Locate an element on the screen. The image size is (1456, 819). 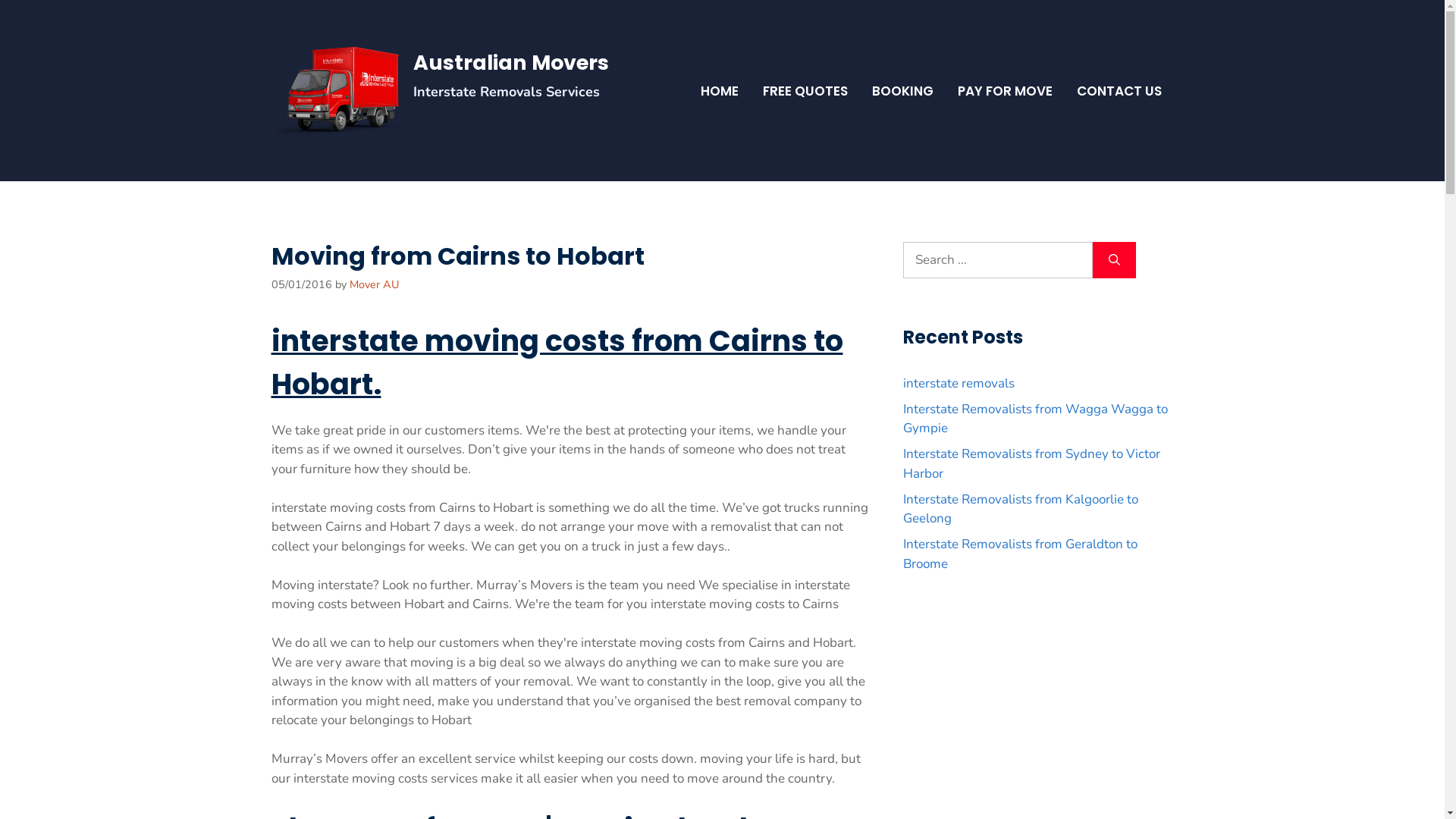
'FREE QUOTES' is located at coordinates (804, 90).